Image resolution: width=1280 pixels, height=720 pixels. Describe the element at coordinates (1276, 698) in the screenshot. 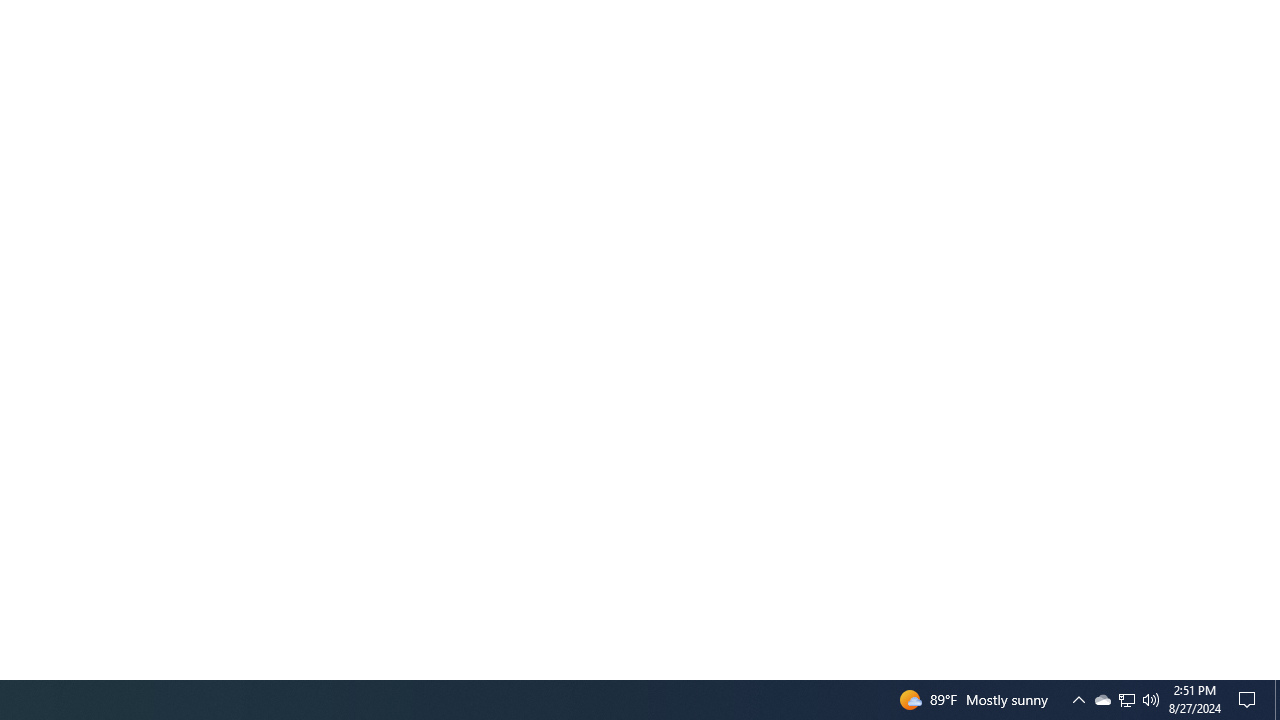

I see `'Action Center, No new notifications'` at that location.